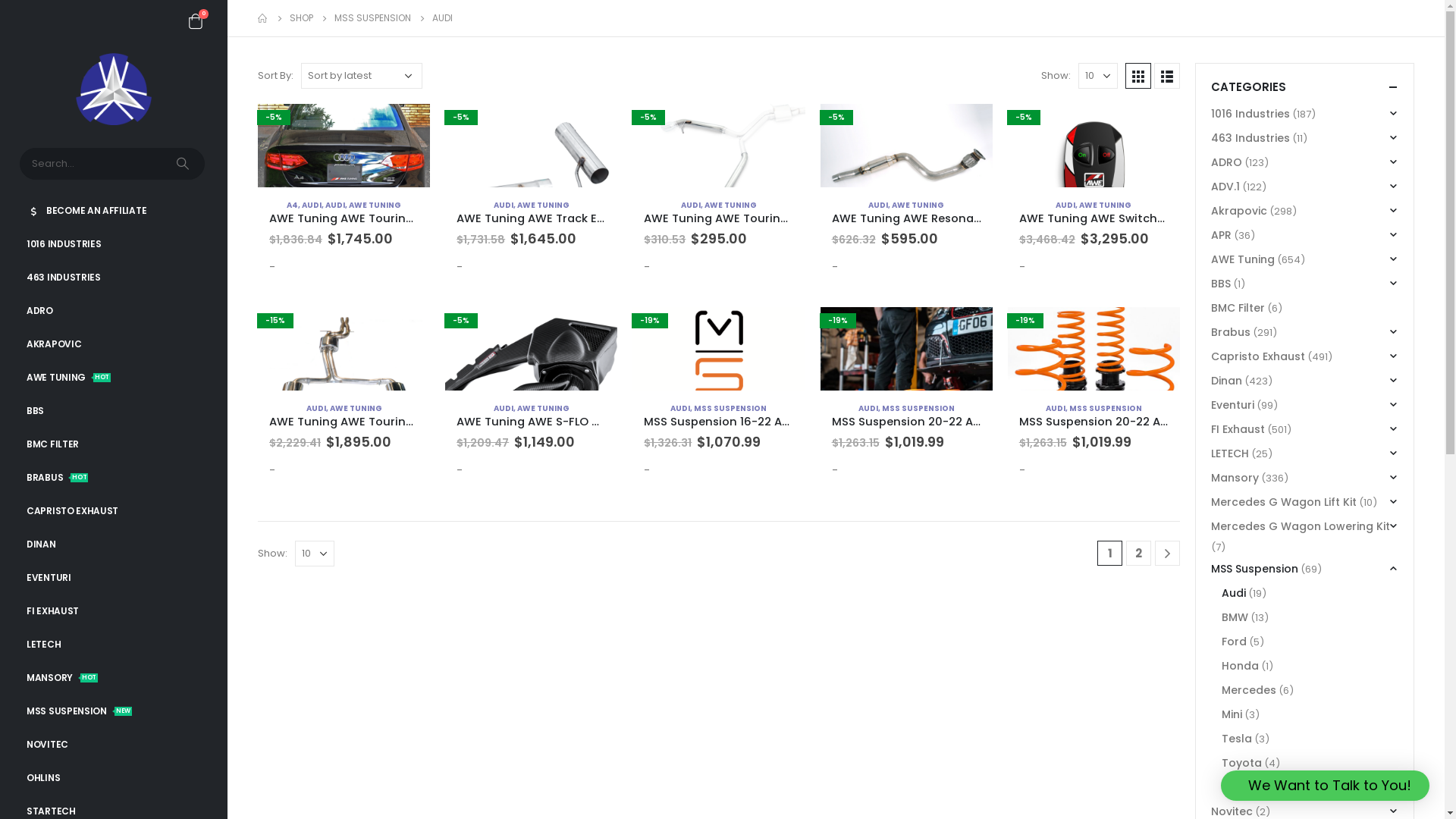 The image size is (1456, 819). What do you see at coordinates (112, 89) in the screenshot?
I see `'3W Distributing Shop - #1 Premier BRABUS Dealer USA'` at bounding box center [112, 89].